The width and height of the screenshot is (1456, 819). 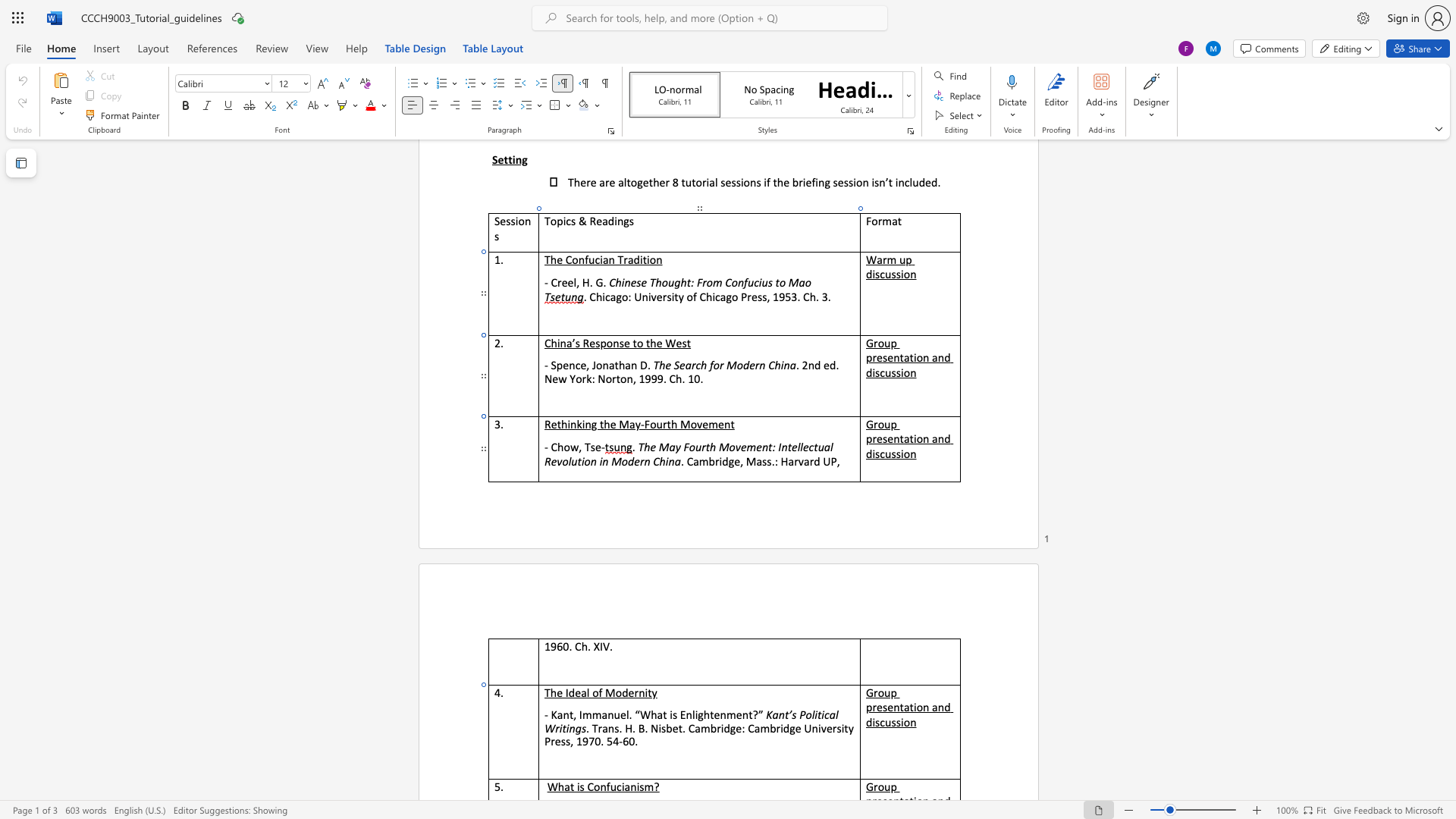 What do you see at coordinates (611, 646) in the screenshot?
I see `the 3th character "." in the text` at bounding box center [611, 646].